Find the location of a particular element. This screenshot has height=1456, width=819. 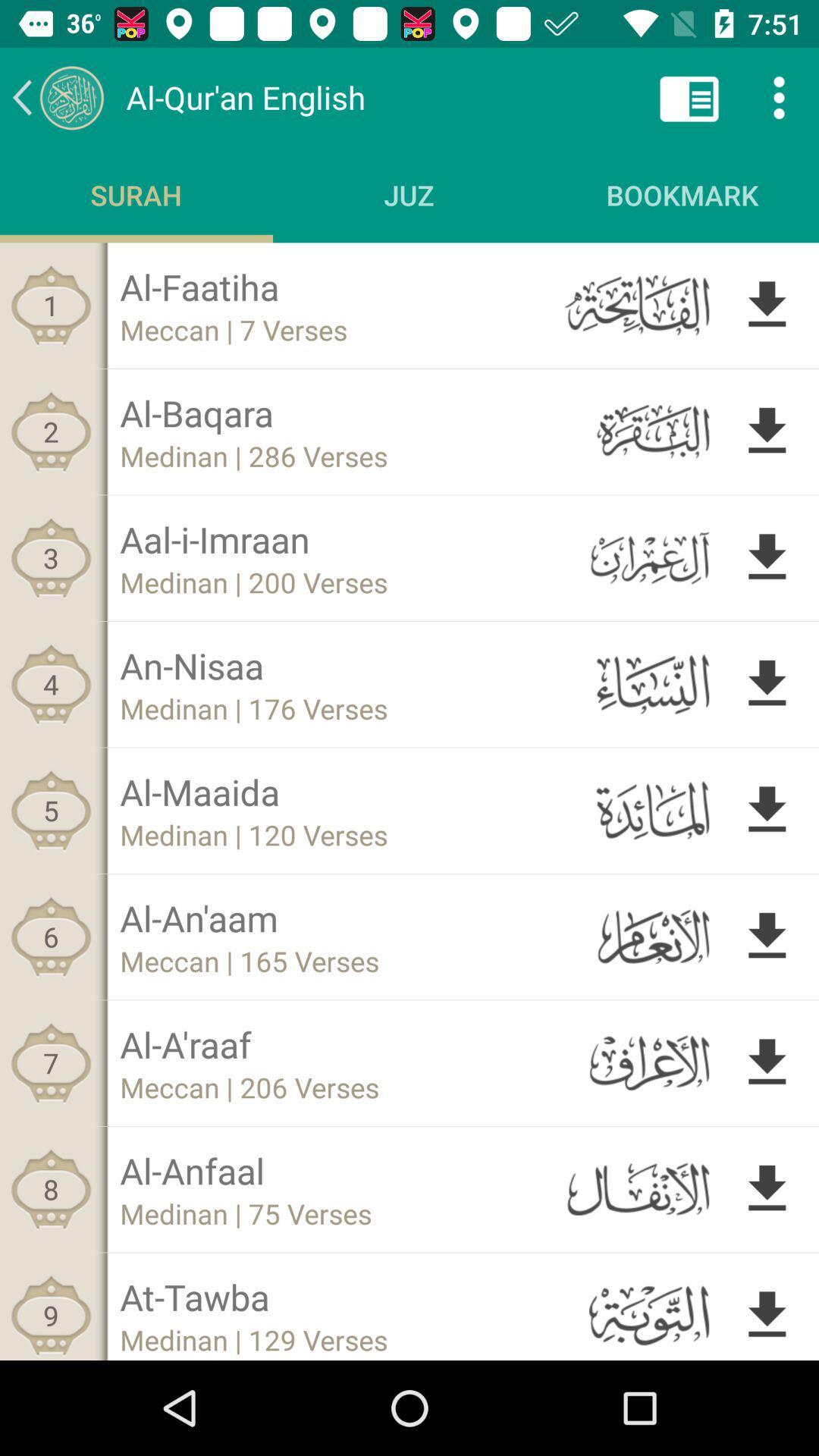

previous is located at coordinates (57, 96).